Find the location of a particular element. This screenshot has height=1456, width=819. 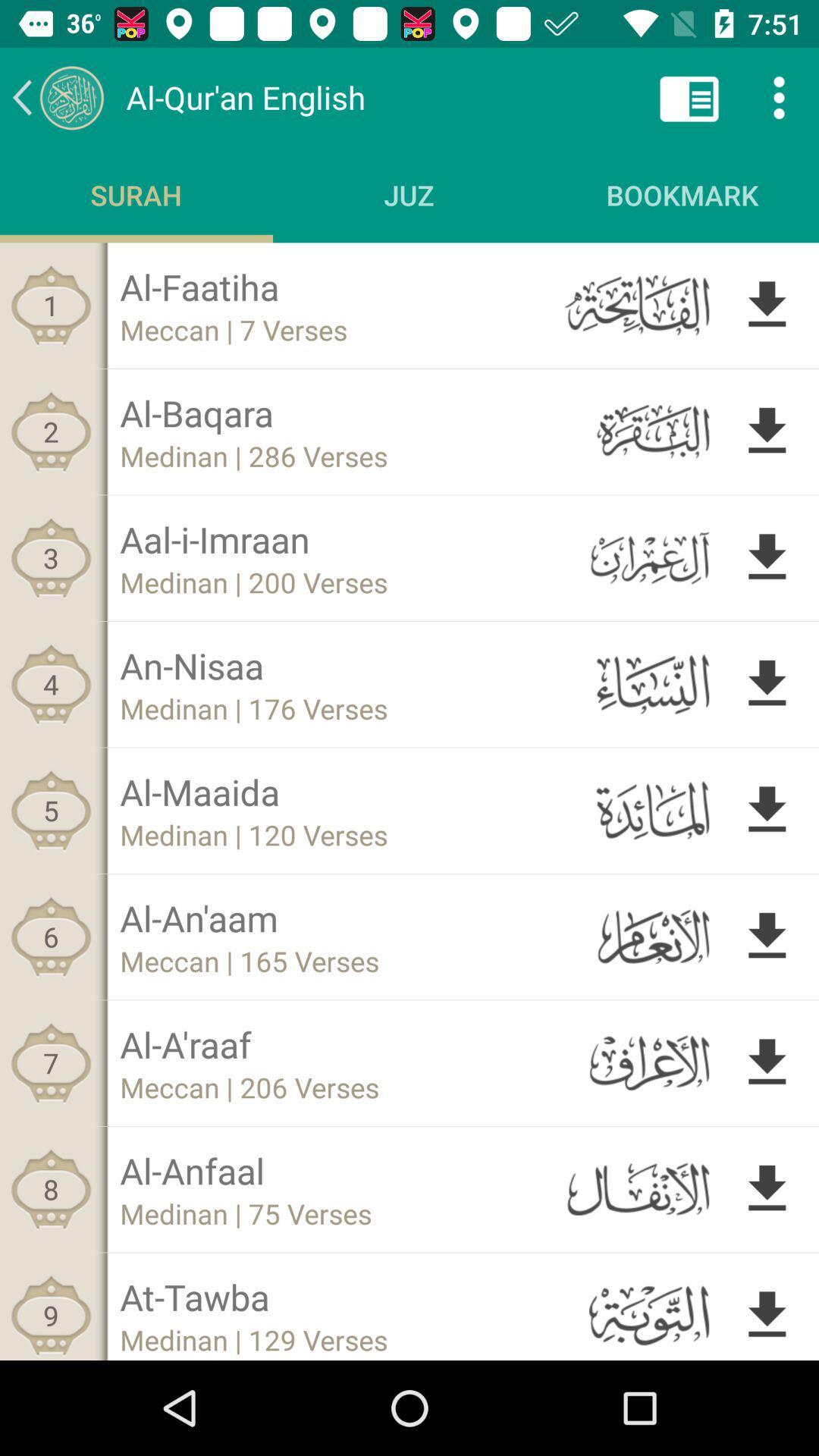

previous is located at coordinates (57, 96).